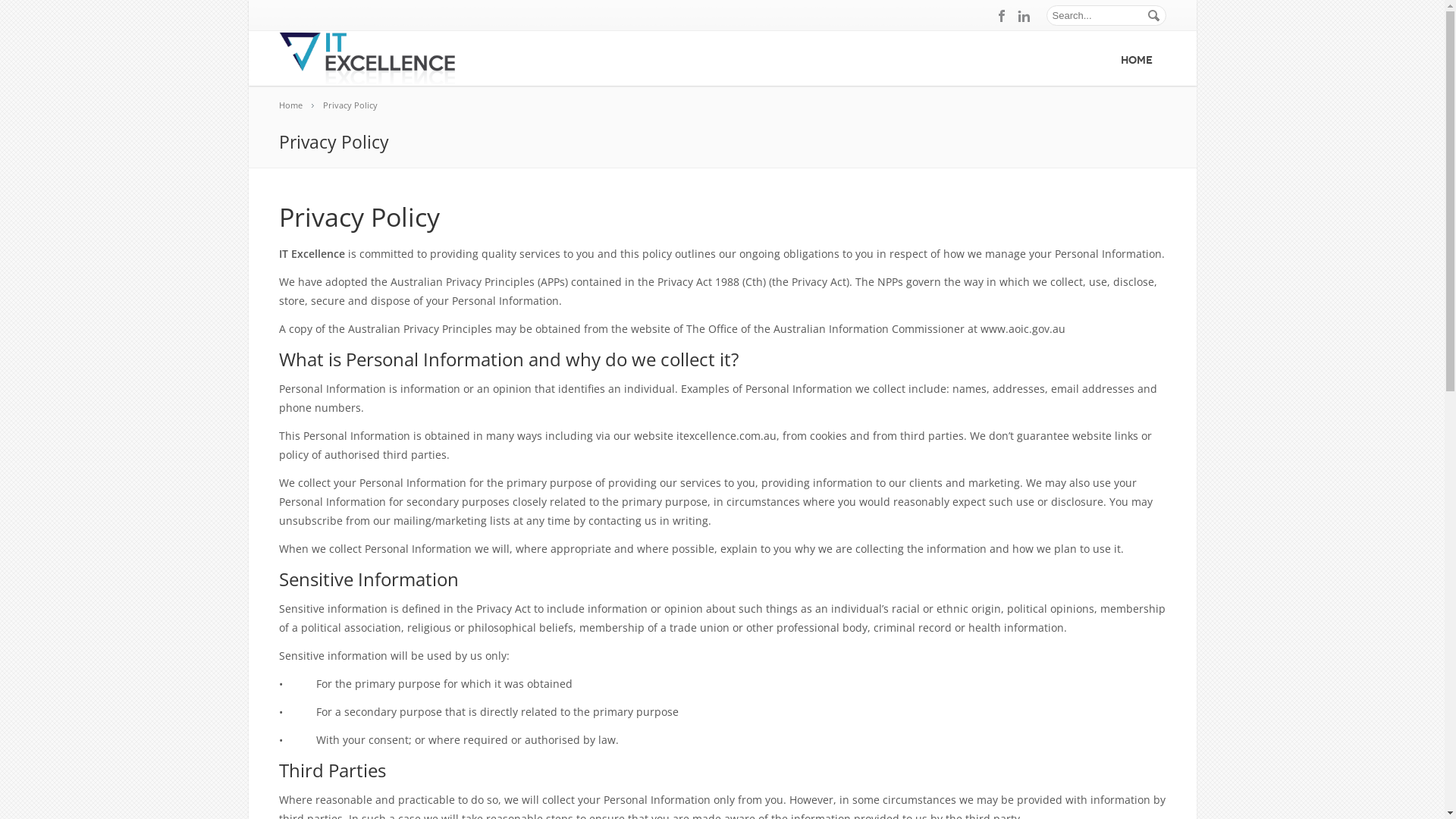 Image resolution: width=1456 pixels, height=819 pixels. Describe the element at coordinates (356, 104) in the screenshot. I see `'Privacy Policy'` at that location.